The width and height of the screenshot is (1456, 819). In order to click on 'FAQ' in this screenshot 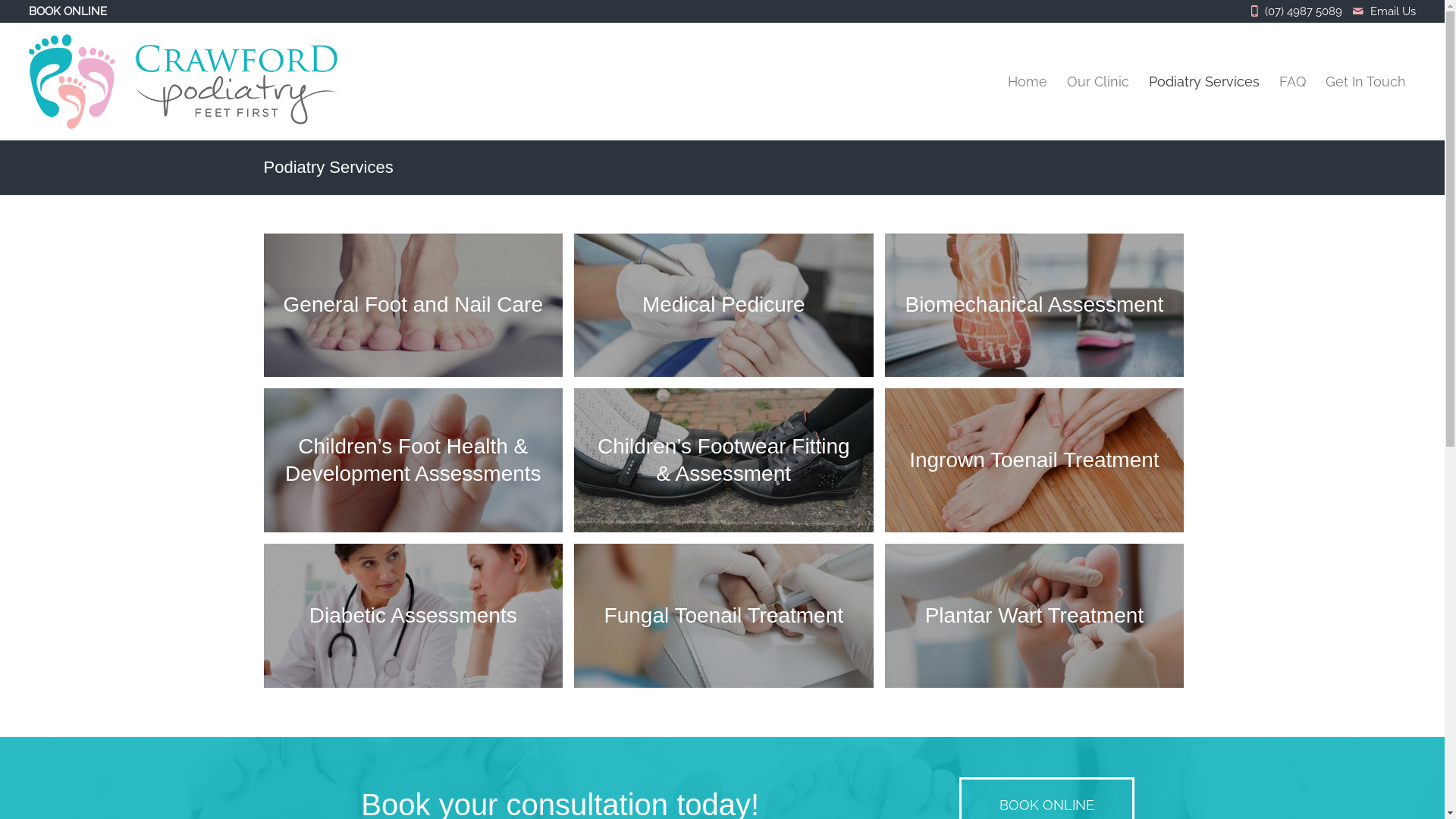, I will do `click(1291, 81)`.